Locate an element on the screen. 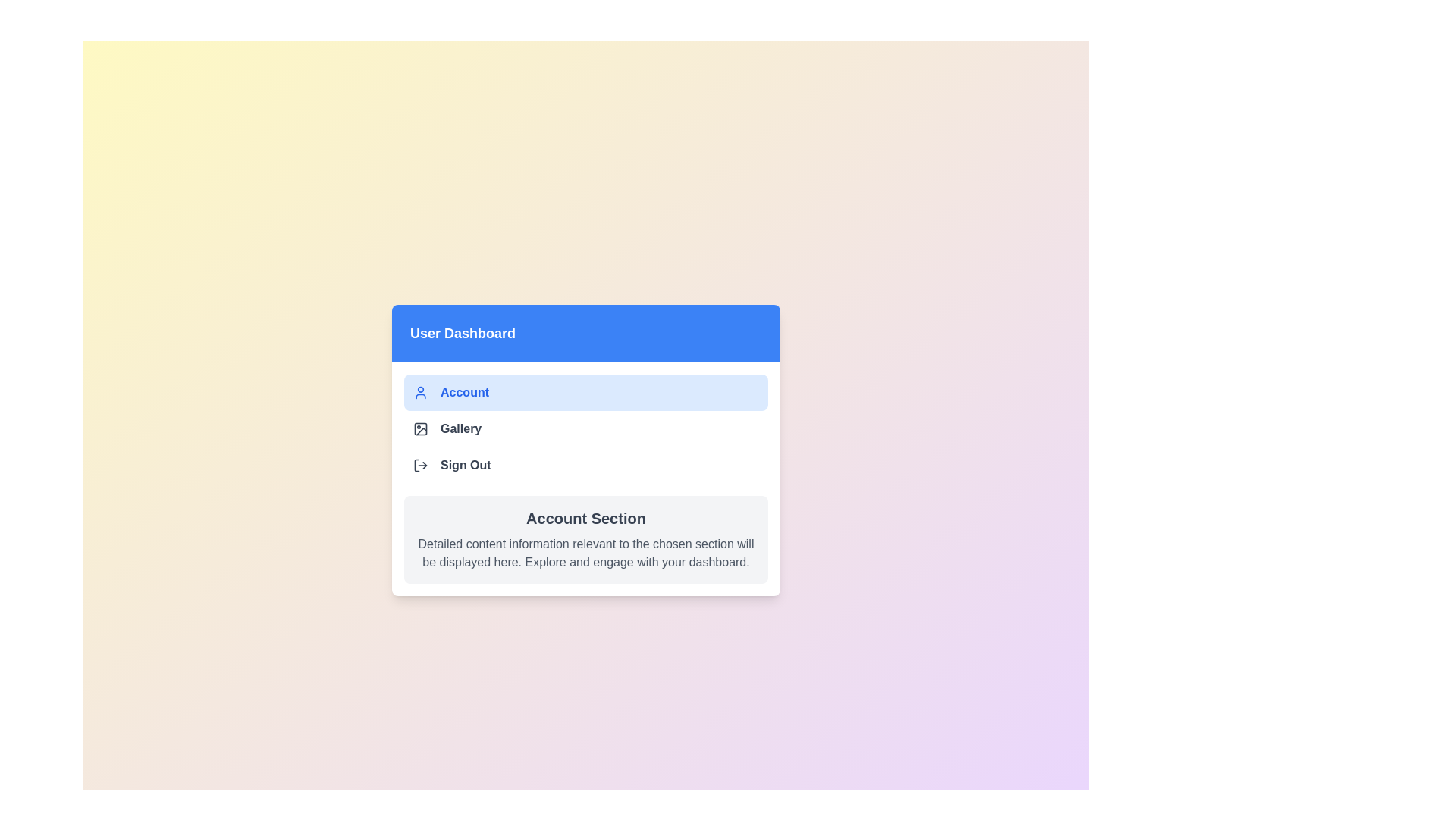 The height and width of the screenshot is (819, 1456). the menu item Account from the options available is located at coordinates (585, 391).